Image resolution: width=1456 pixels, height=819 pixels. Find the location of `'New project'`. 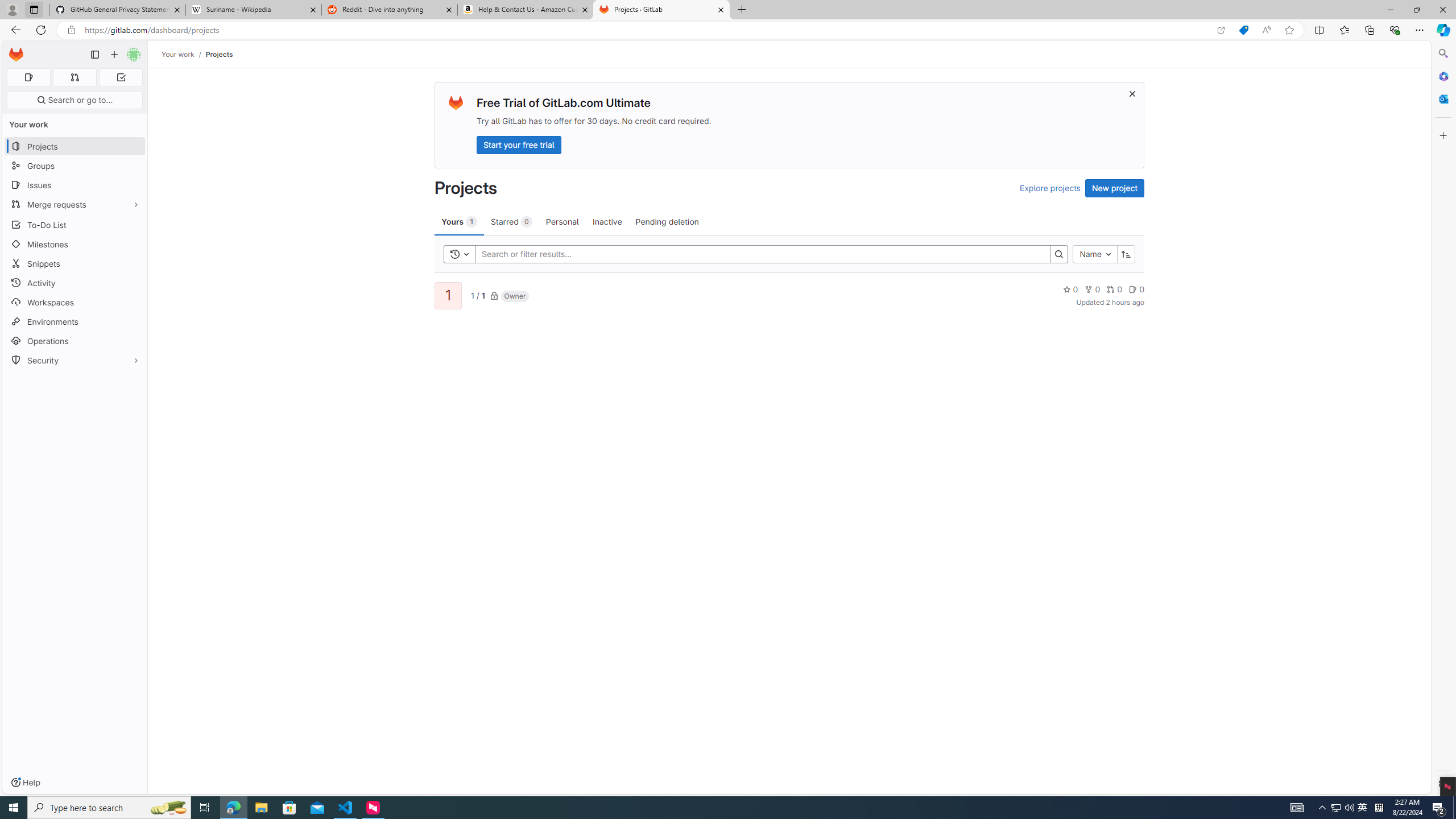

'New project' is located at coordinates (1114, 187).